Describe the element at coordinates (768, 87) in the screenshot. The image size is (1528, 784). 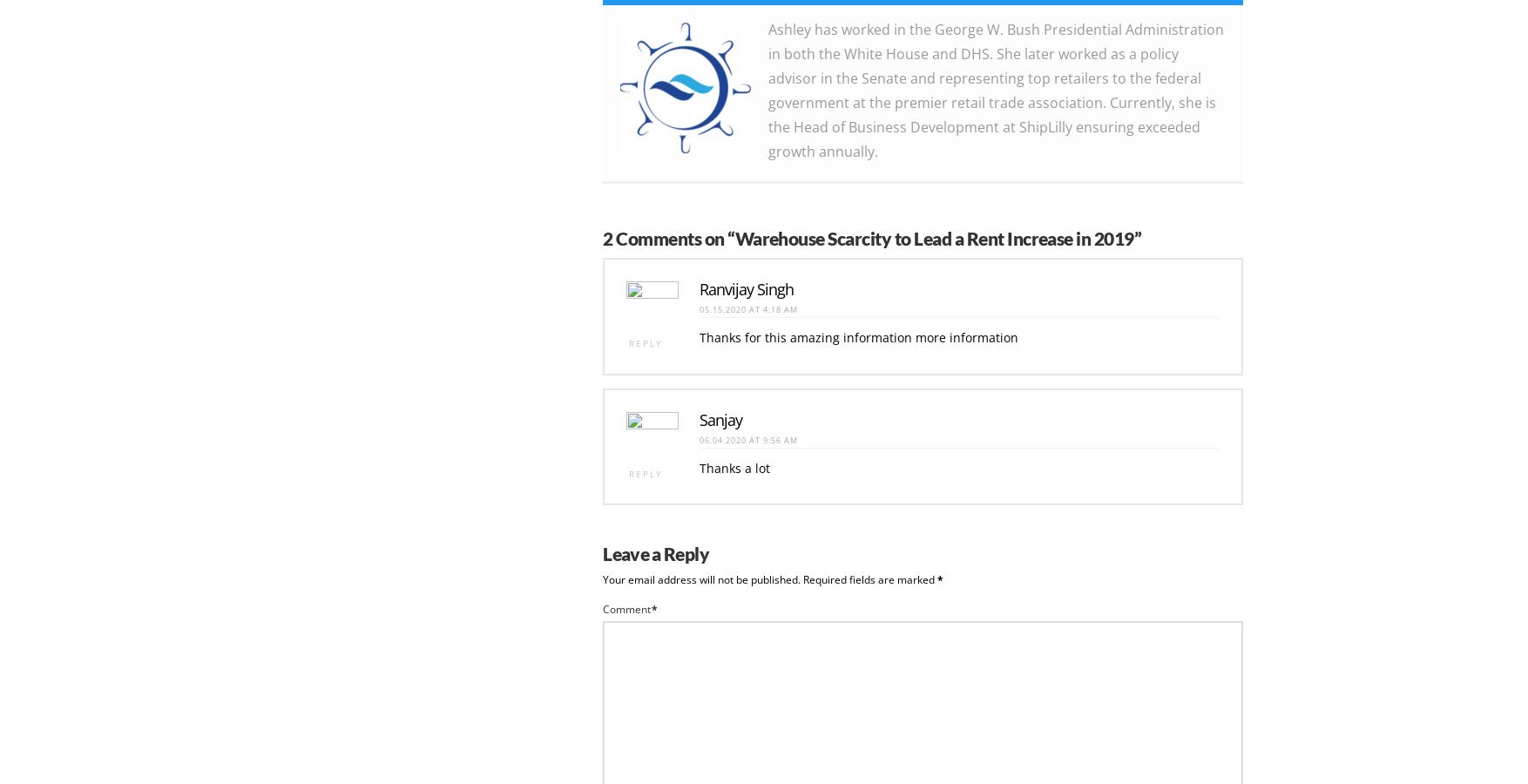
I see `'Ashley has worked in the George W. Bush Presidential Administration in both the White House and DHS. She later worked as a policy advisor in the Senate and representing top retailers to the federal government at the premier retail trade association. Currently, she is the Head of Business Development at ShipLilly ensuring exceeded growth annually.'` at that location.